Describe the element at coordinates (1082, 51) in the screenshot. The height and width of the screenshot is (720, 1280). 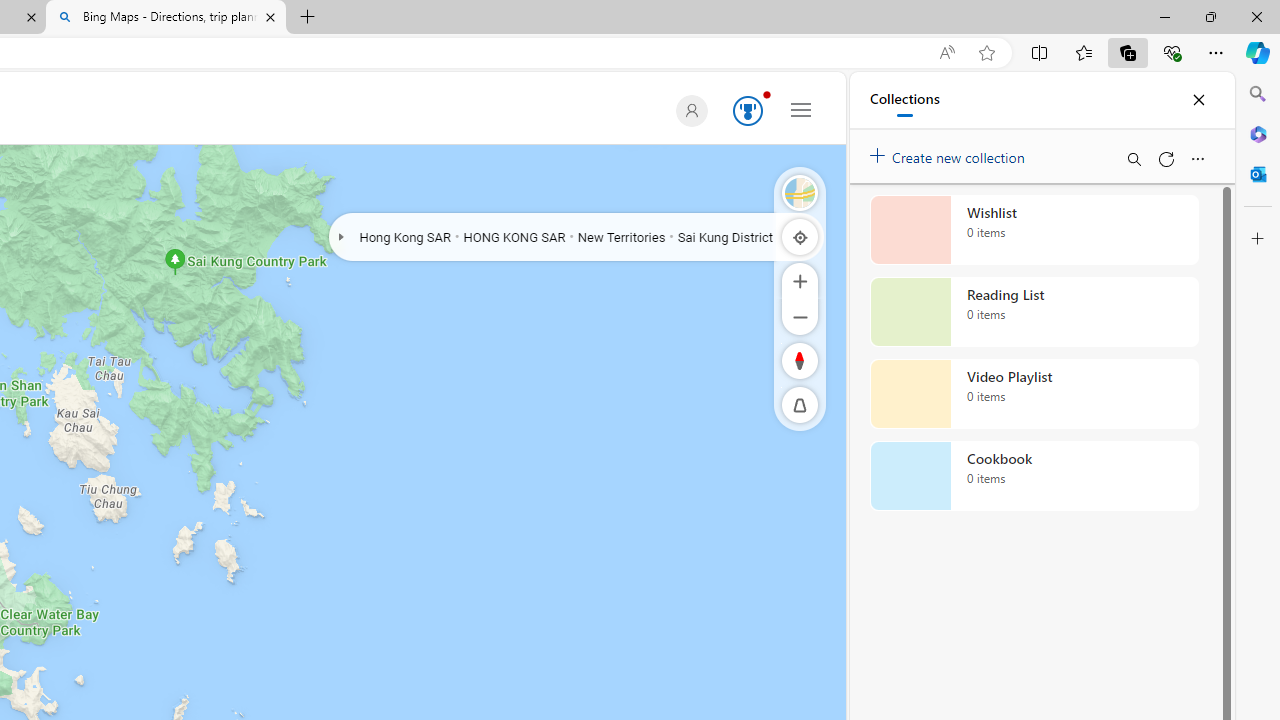
I see `'Favorites'` at that location.